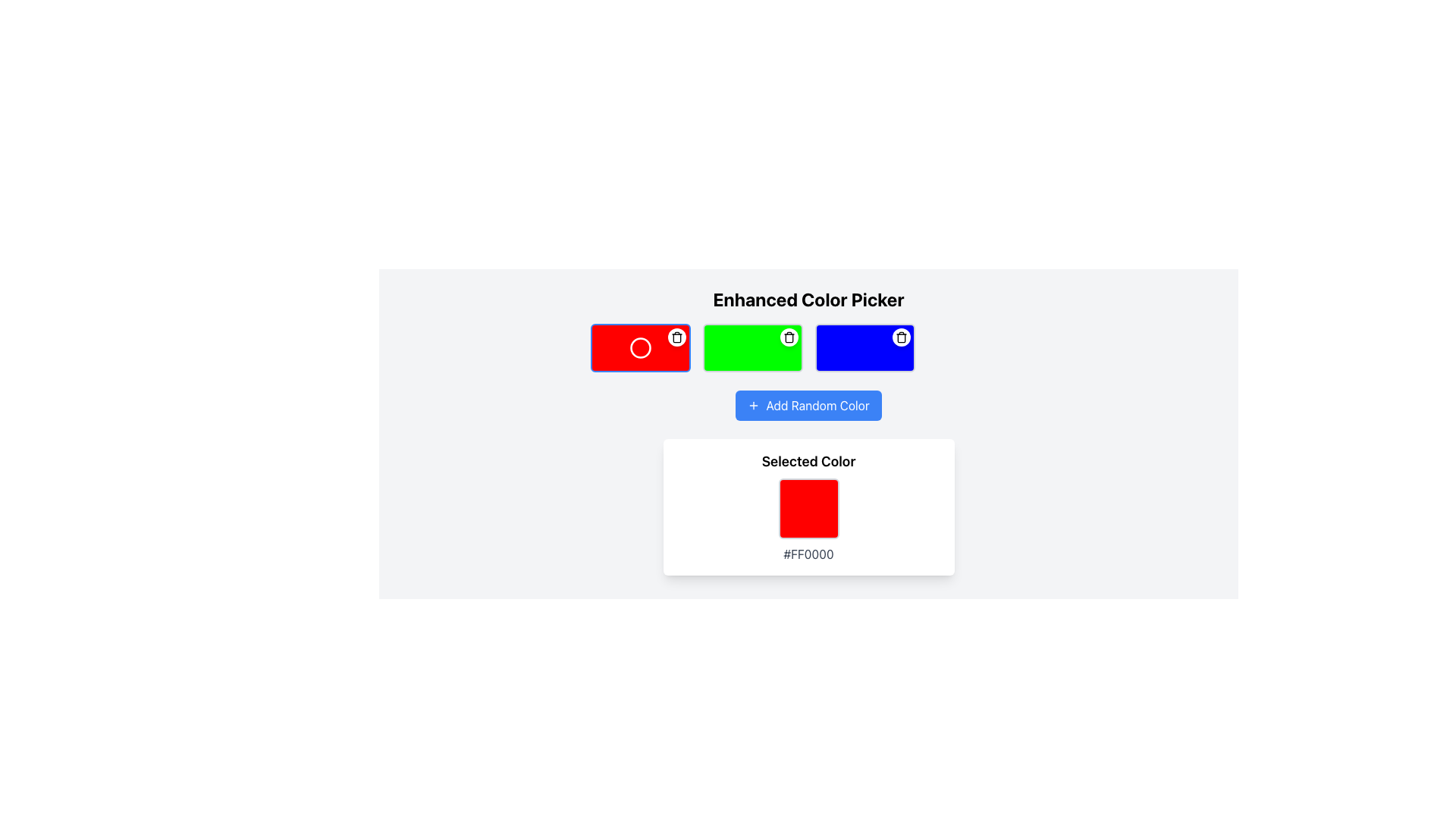 This screenshot has width=1456, height=819. Describe the element at coordinates (901, 336) in the screenshot. I see `the delete button located in the upper-right corner of the third blue color box` at that location.